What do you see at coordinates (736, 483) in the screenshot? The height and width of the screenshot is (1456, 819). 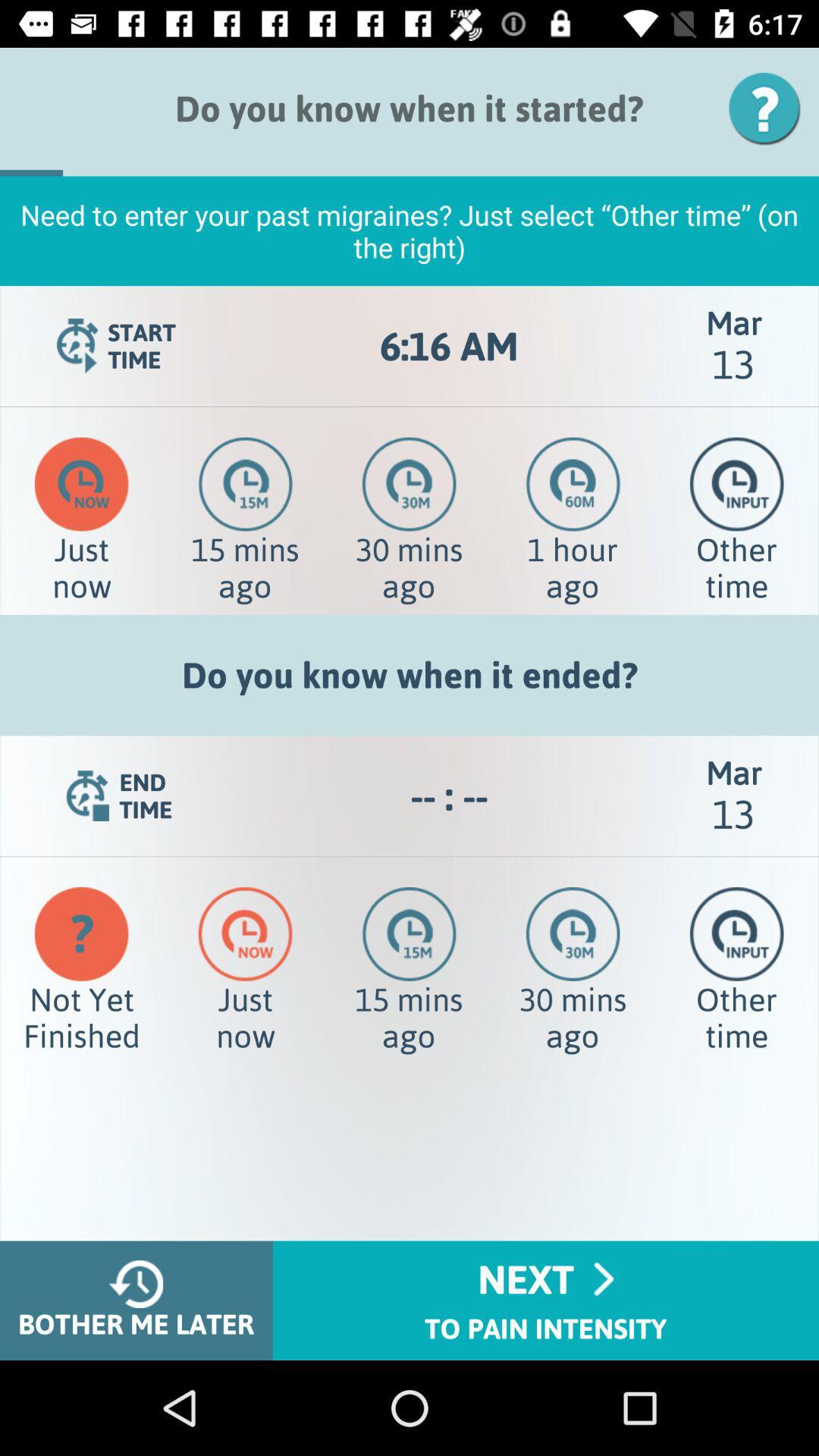 I see `the time icon` at bounding box center [736, 483].